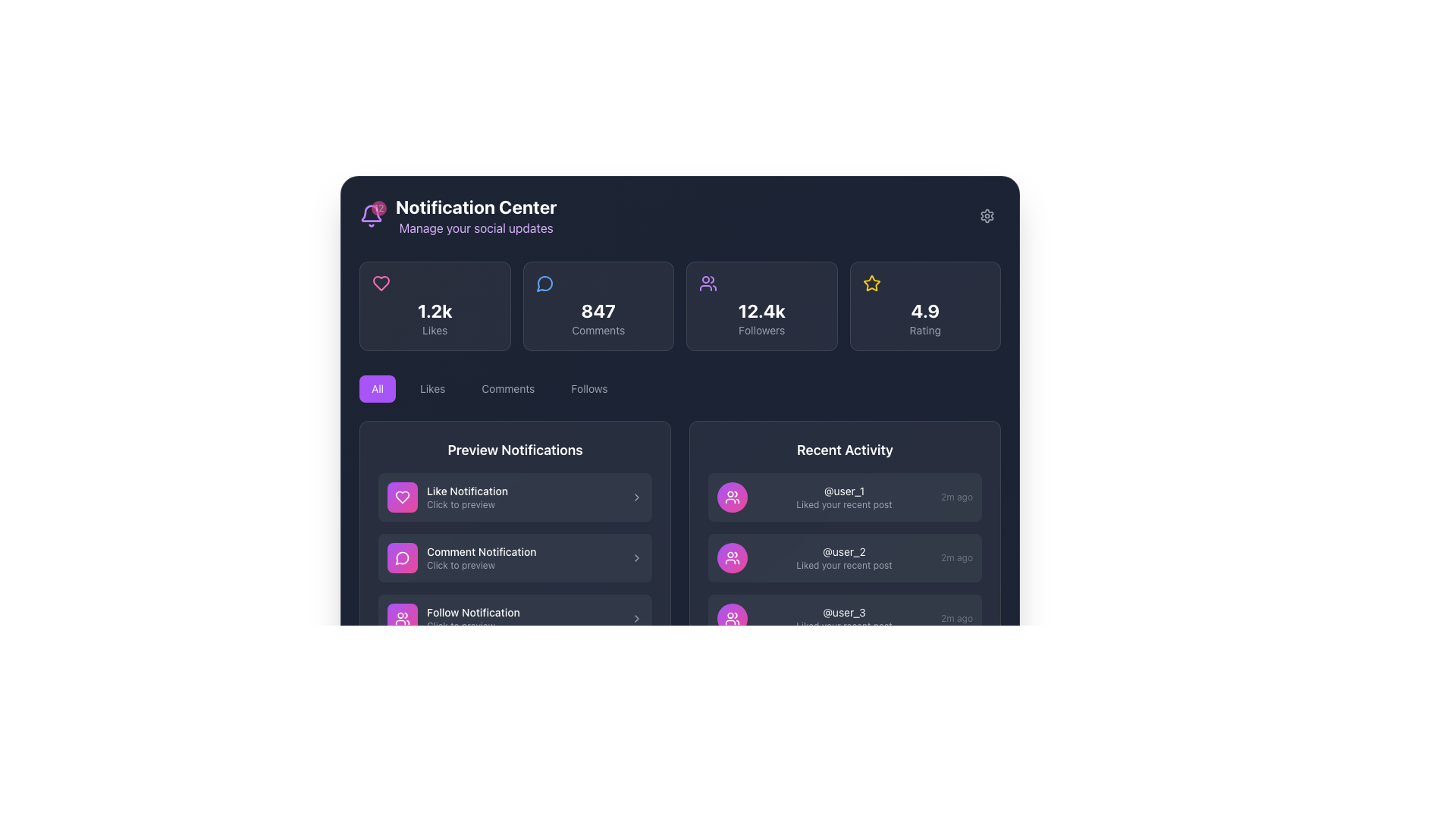 The width and height of the screenshot is (1456, 819). I want to click on the 'Like Notification' icon button located in the 'Preview Notifications' section, which visually represents a like notification, so click(403, 497).